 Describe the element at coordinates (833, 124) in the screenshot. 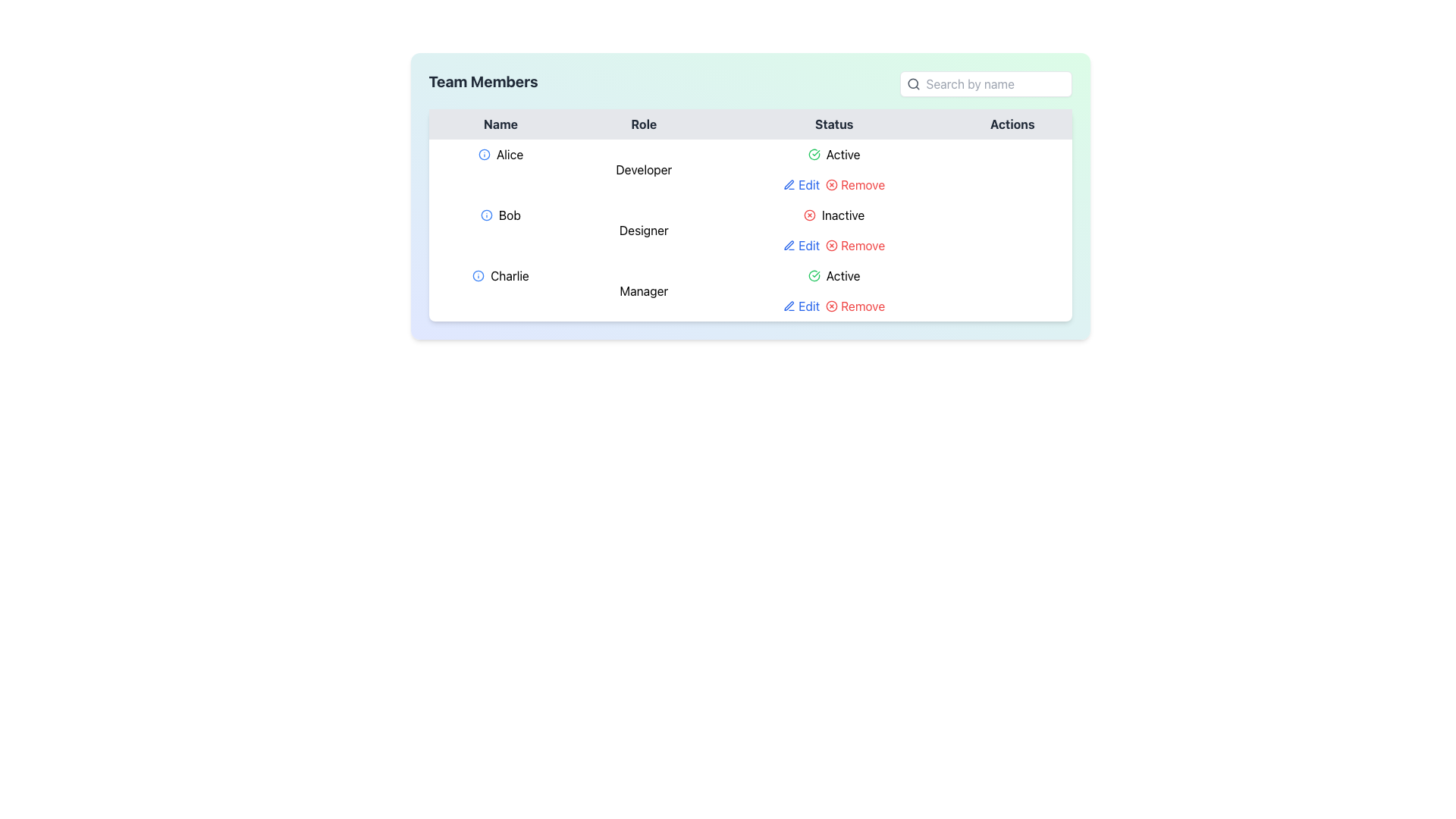

I see `the 'Status' text label, which is styled in bold, dark gray font and centered in a light gray background, located as the third item in the header row of the table layout` at that location.